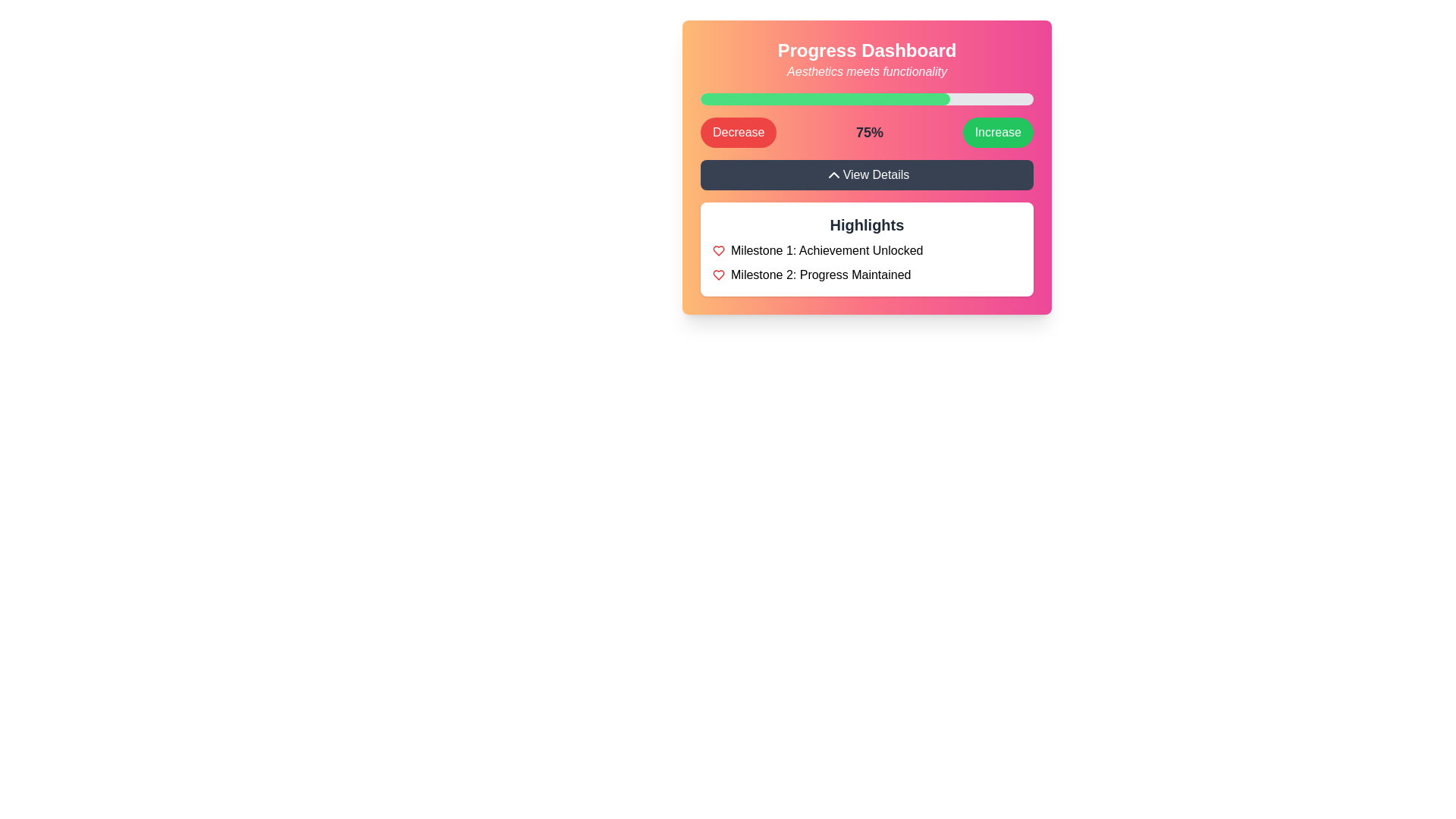  What do you see at coordinates (739, 131) in the screenshot?
I see `the pill-shaped button labeled 'Decrease' with white text on a red background` at bounding box center [739, 131].